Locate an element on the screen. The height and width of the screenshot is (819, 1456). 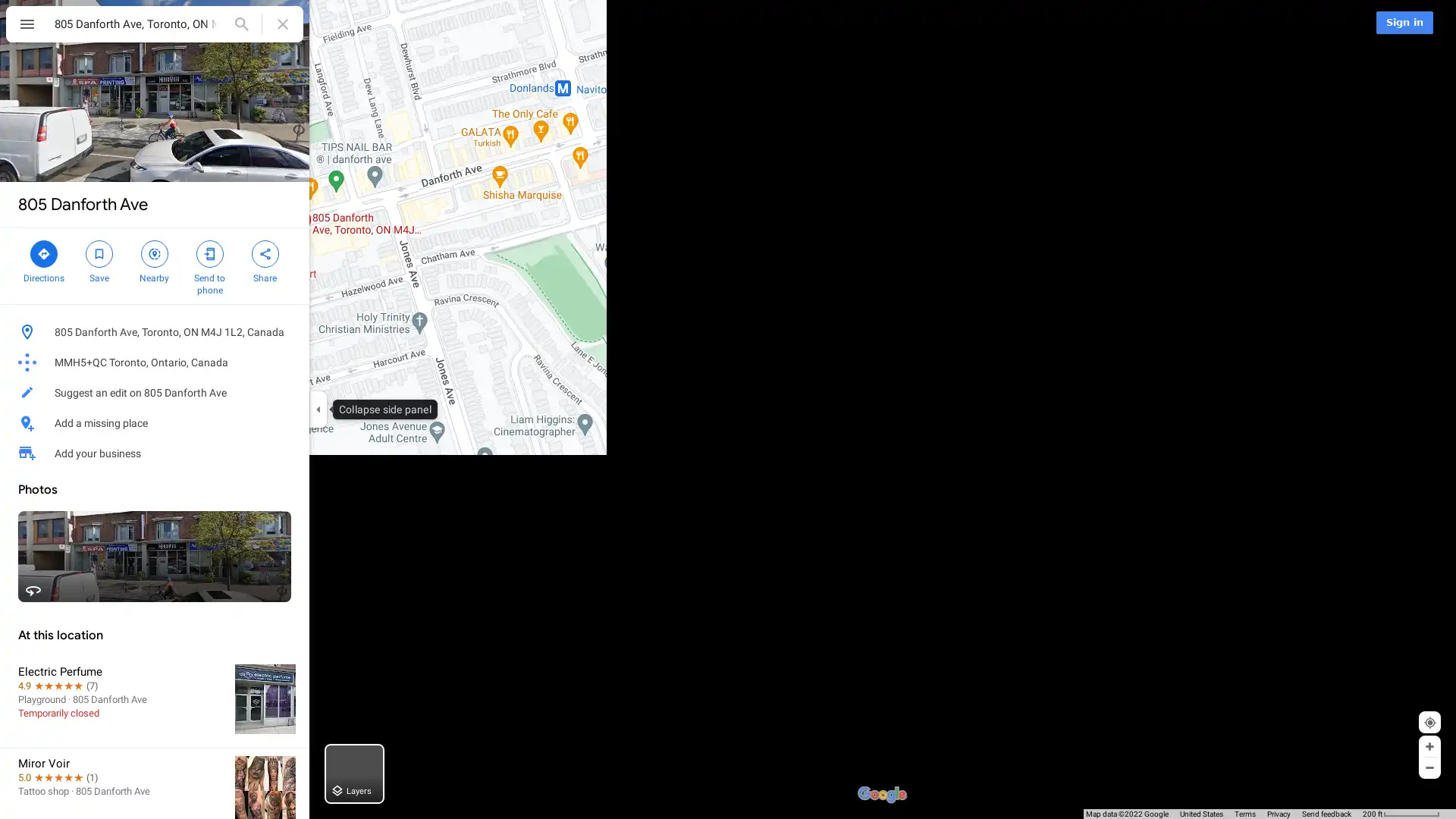
Google apps is located at coordinates (1354, 22).